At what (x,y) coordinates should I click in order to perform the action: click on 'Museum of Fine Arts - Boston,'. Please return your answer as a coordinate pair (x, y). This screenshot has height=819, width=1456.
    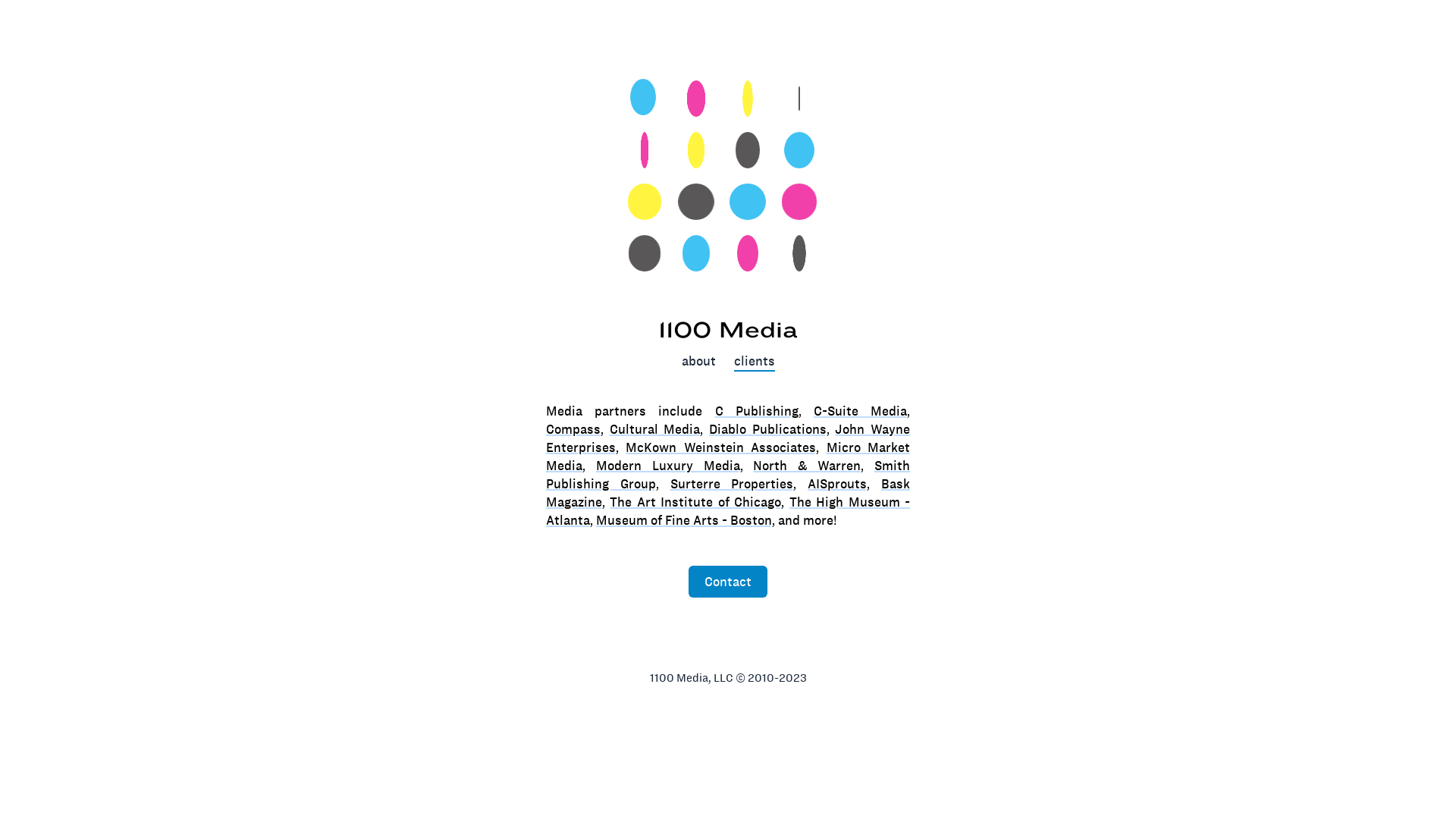
    Looking at the image, I should click on (595, 519).